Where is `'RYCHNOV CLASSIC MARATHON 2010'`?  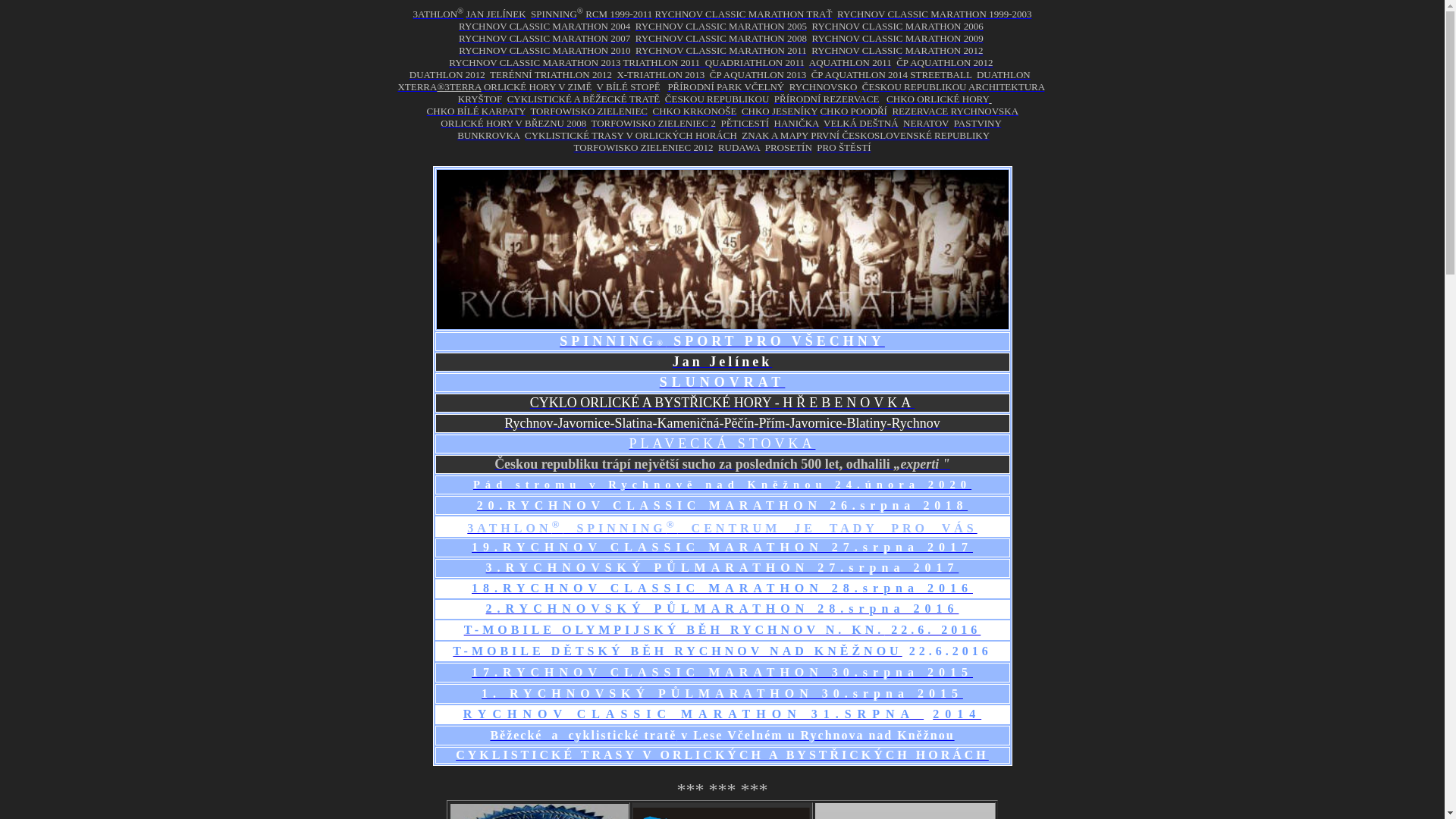 'RYCHNOV CLASSIC MARATHON 2010' is located at coordinates (544, 49).